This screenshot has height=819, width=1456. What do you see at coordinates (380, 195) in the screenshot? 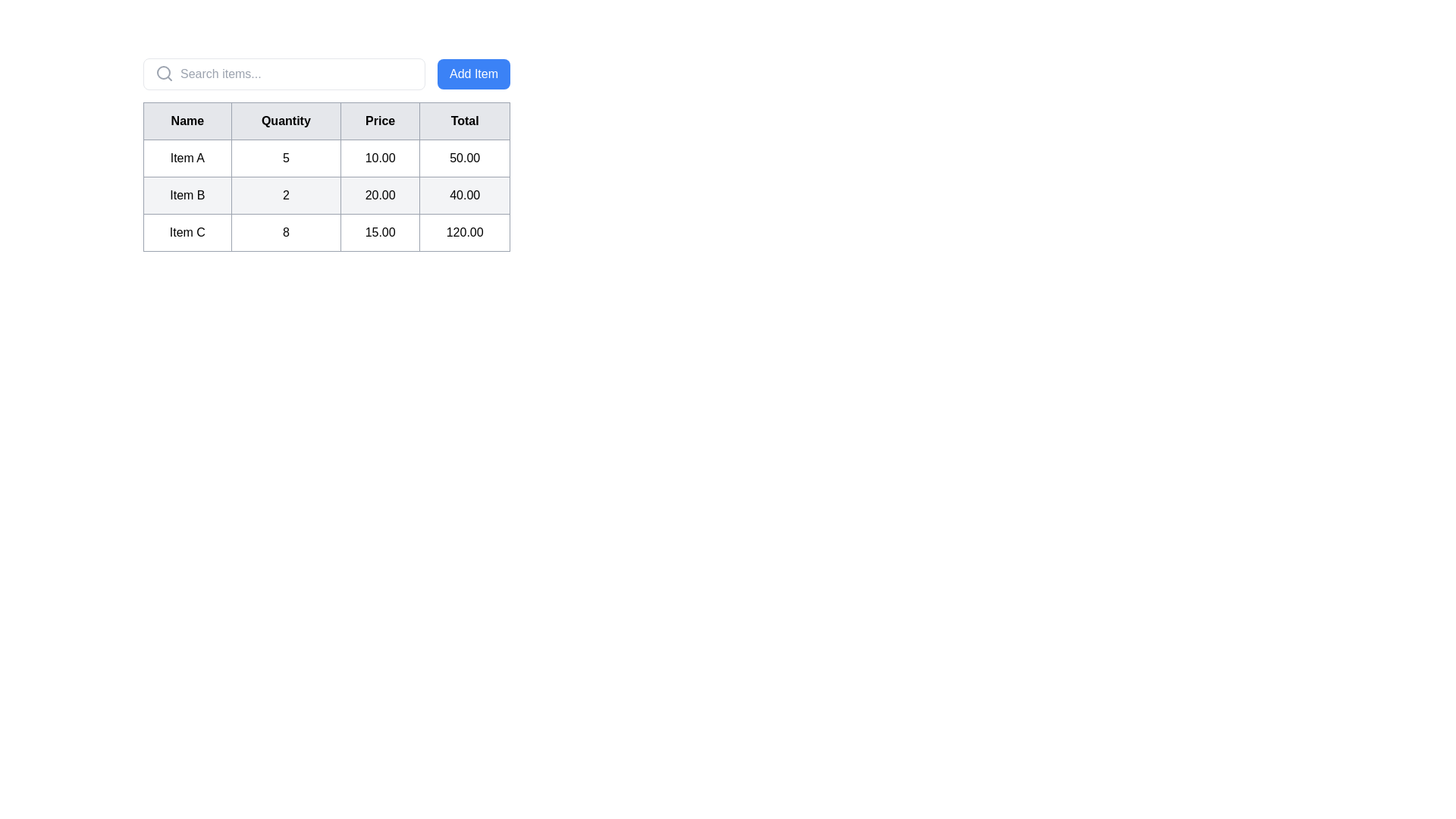
I see `the text label displaying '20.00' in the third column of the second row under the 'Price' header in the table` at bounding box center [380, 195].